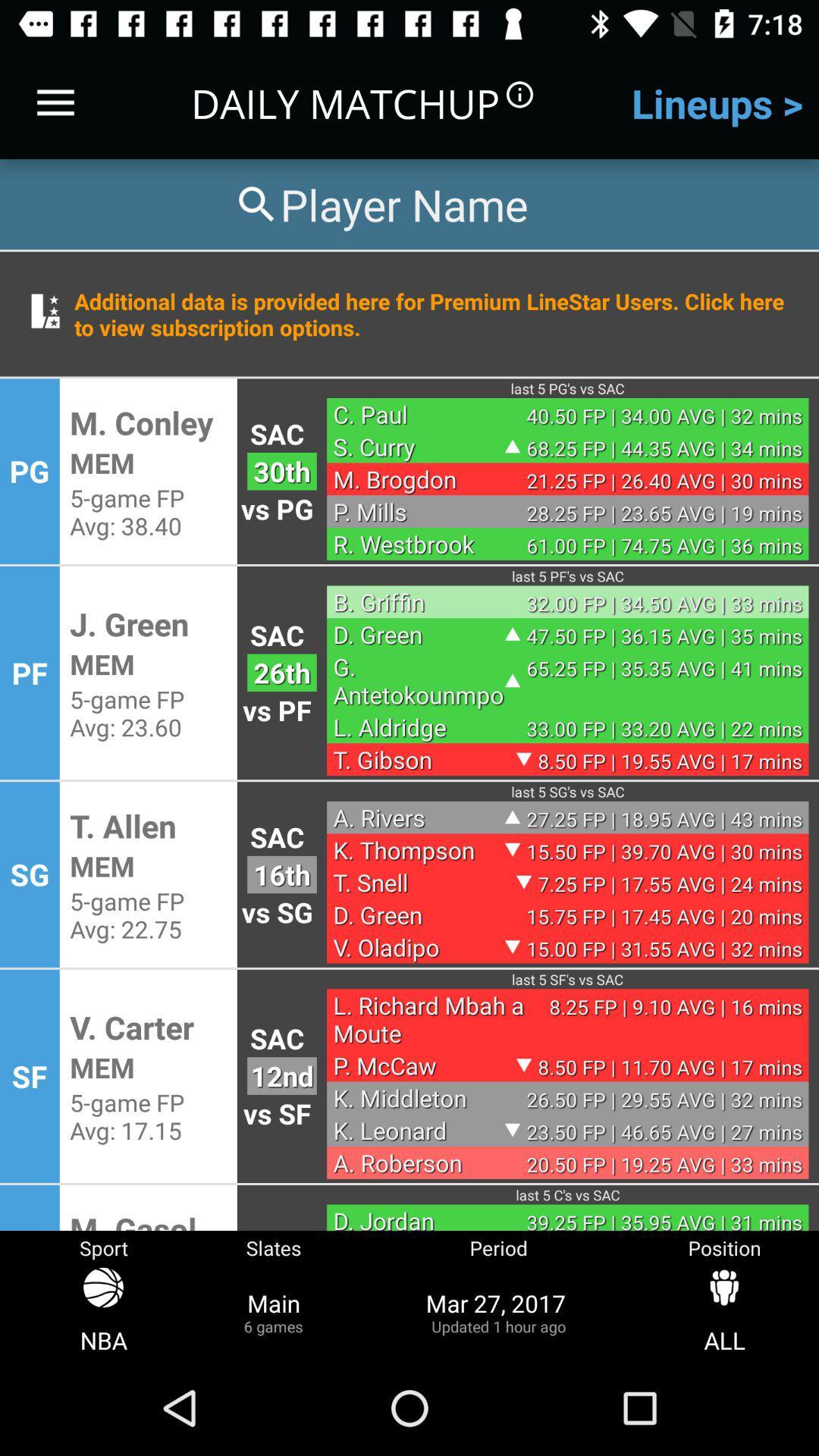  Describe the element at coordinates (379, 203) in the screenshot. I see `search icon for player name` at that location.